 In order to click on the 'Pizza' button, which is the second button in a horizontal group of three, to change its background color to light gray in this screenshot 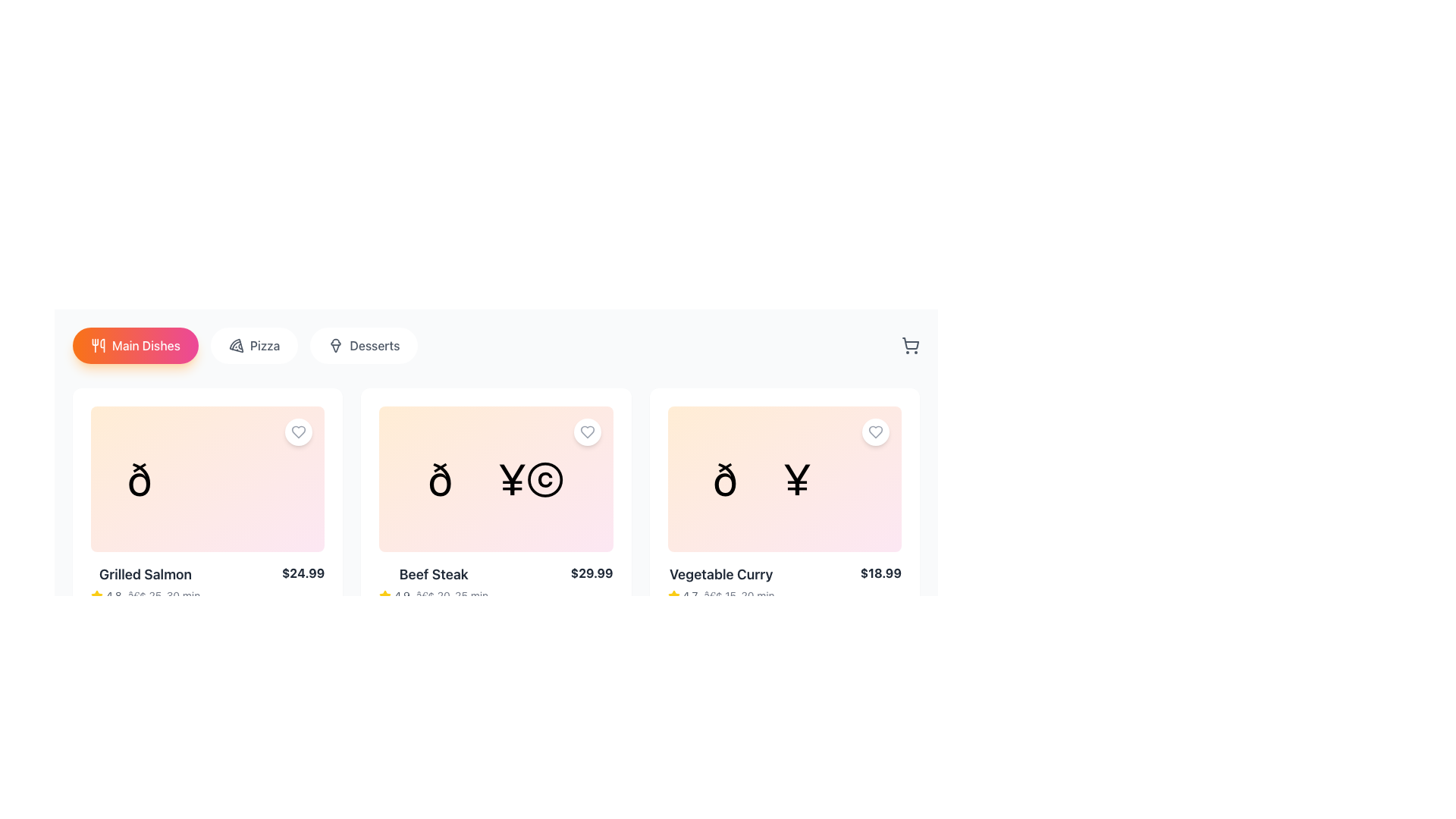, I will do `click(254, 345)`.